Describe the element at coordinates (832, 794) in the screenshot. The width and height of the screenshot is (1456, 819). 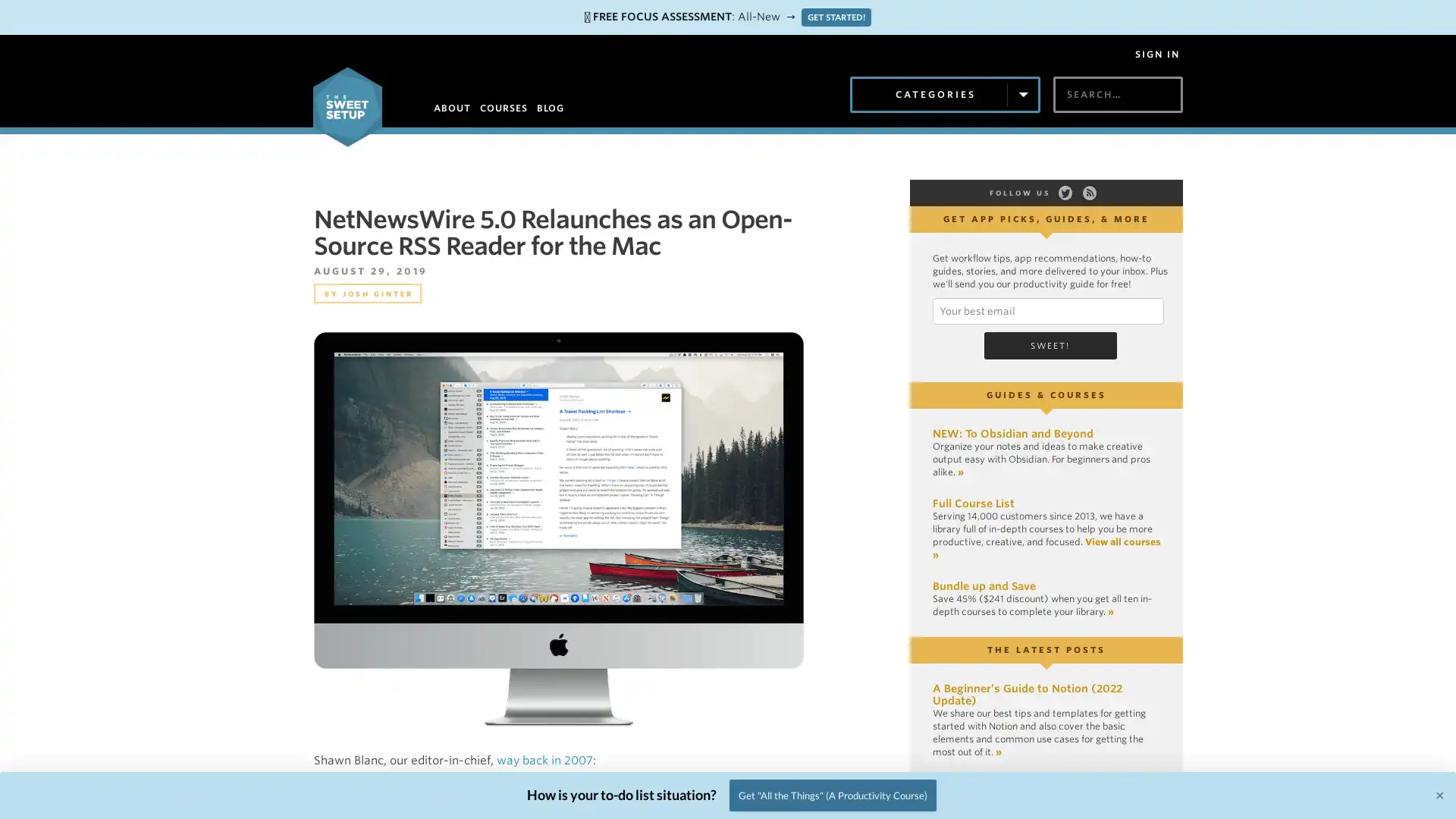
I see `Get "All the Things" (A Productivity Course)` at that location.